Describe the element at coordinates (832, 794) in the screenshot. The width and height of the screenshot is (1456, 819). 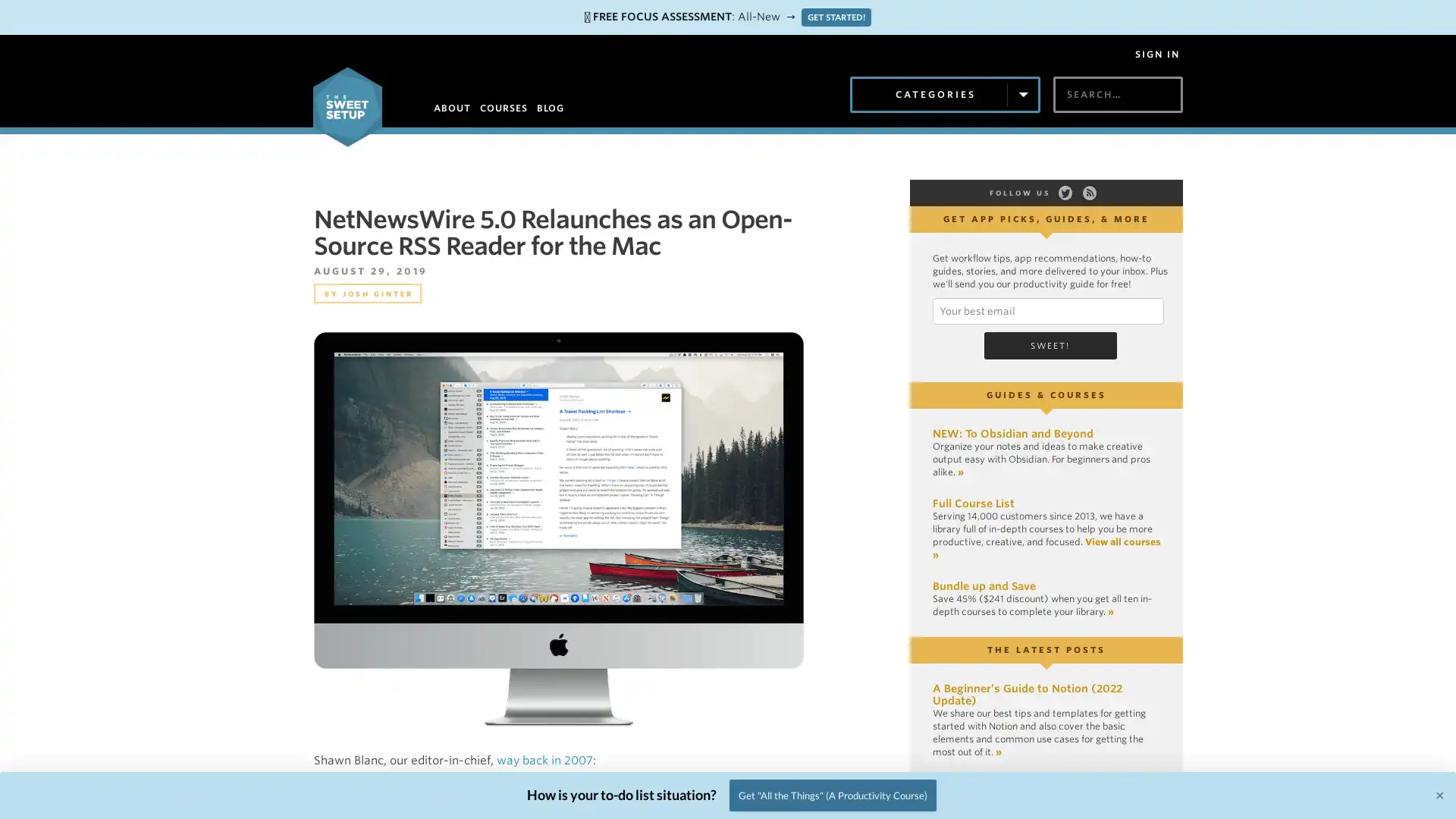
I see `Get "All the Things" (A Productivity Course)` at that location.